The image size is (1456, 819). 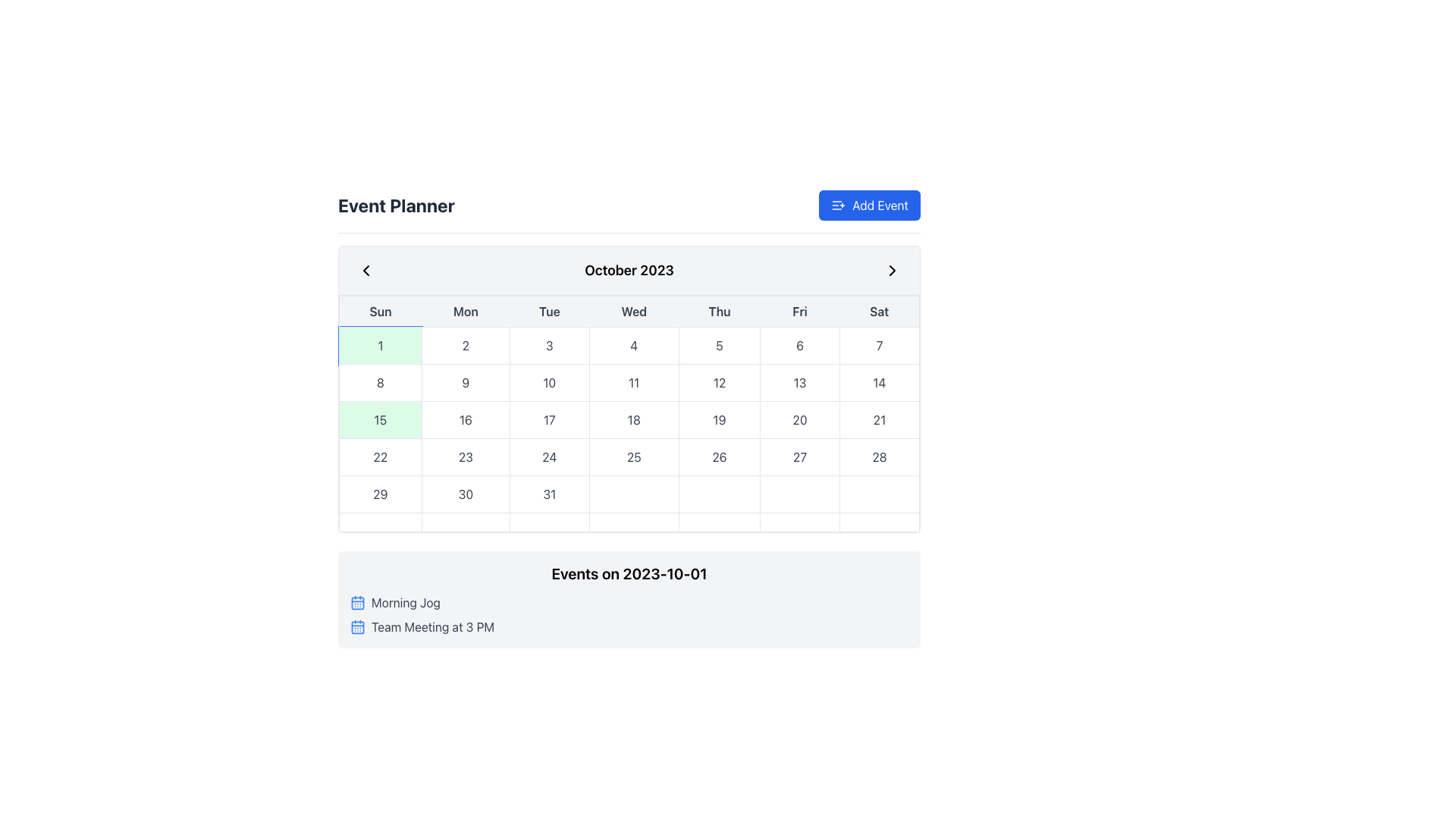 What do you see at coordinates (870, 205) in the screenshot?
I see `the 'Add Event' button with a blue background and white text` at bounding box center [870, 205].